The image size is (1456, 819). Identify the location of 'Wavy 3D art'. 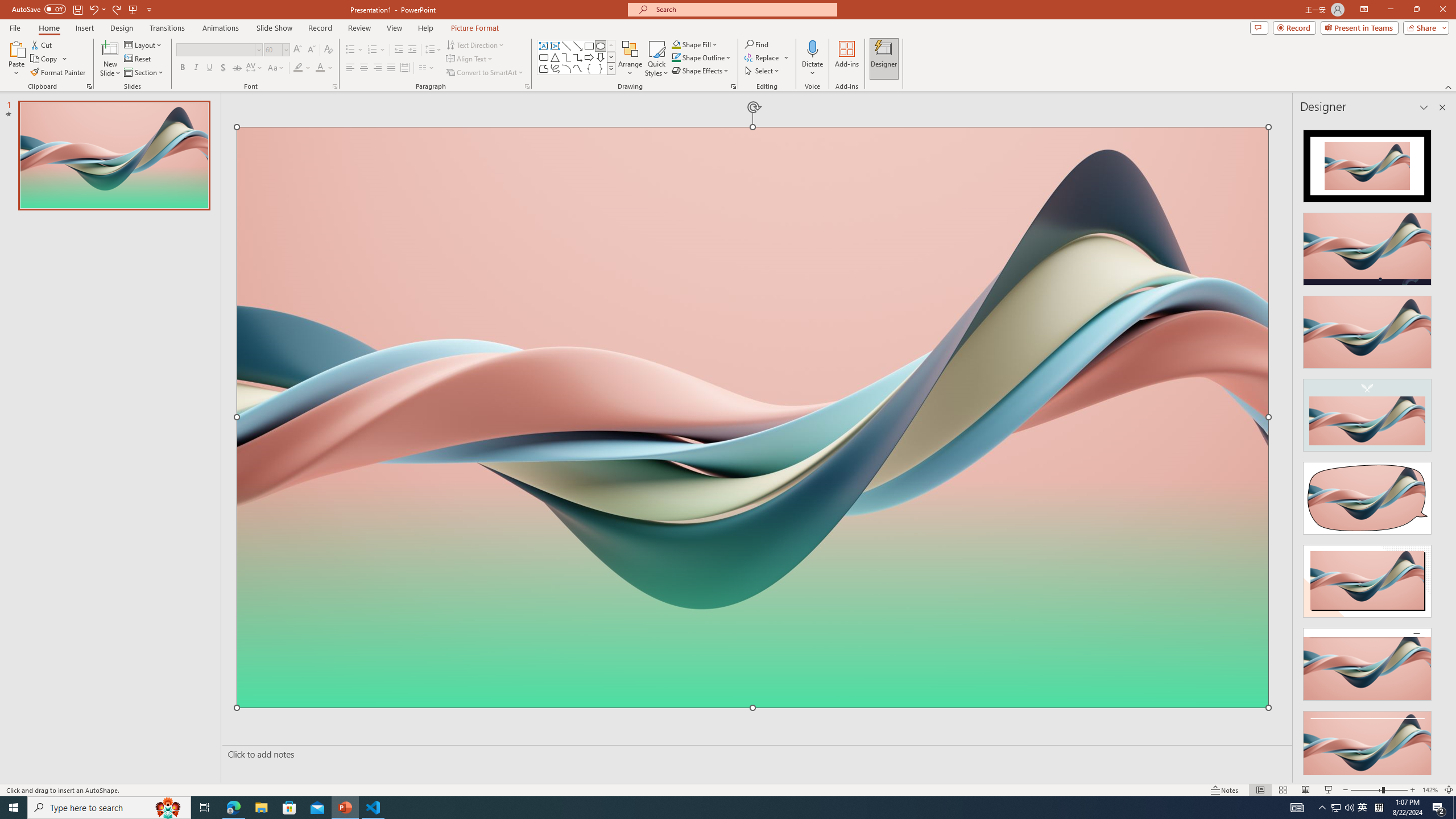
(752, 417).